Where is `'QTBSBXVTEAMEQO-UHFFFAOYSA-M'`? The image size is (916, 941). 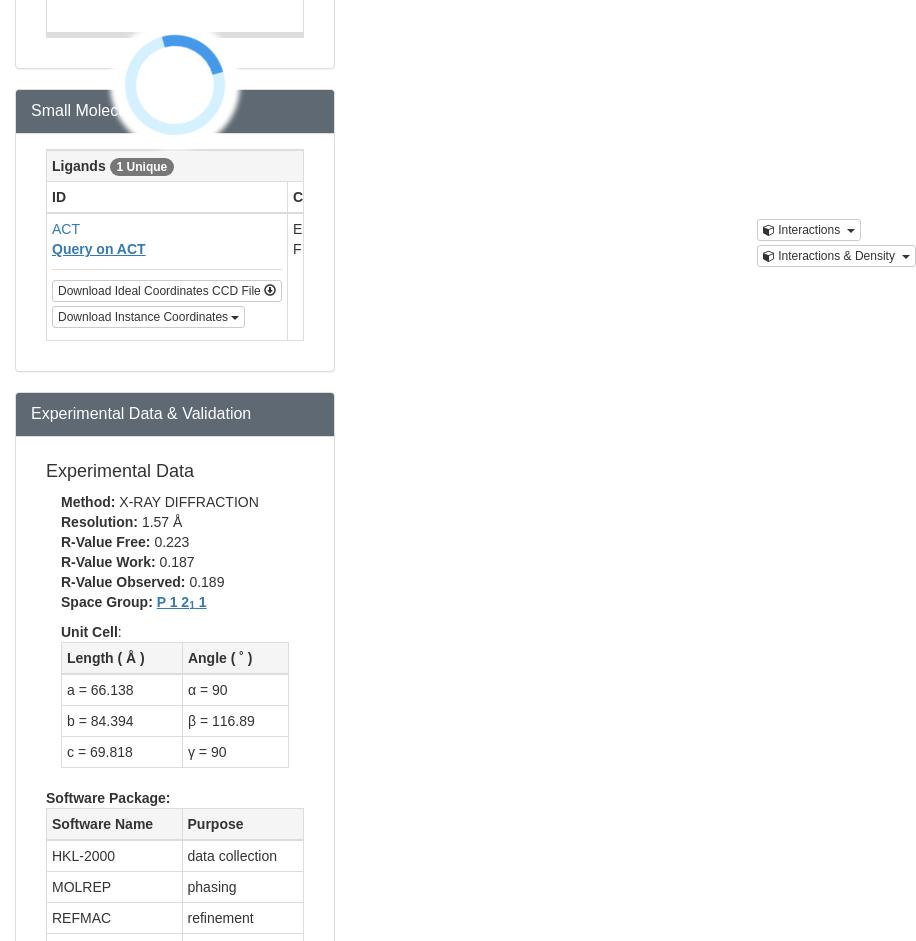 'QTBSBXVTEAMEQO-UHFFFAOYSA-M' is located at coordinates (367, 269).